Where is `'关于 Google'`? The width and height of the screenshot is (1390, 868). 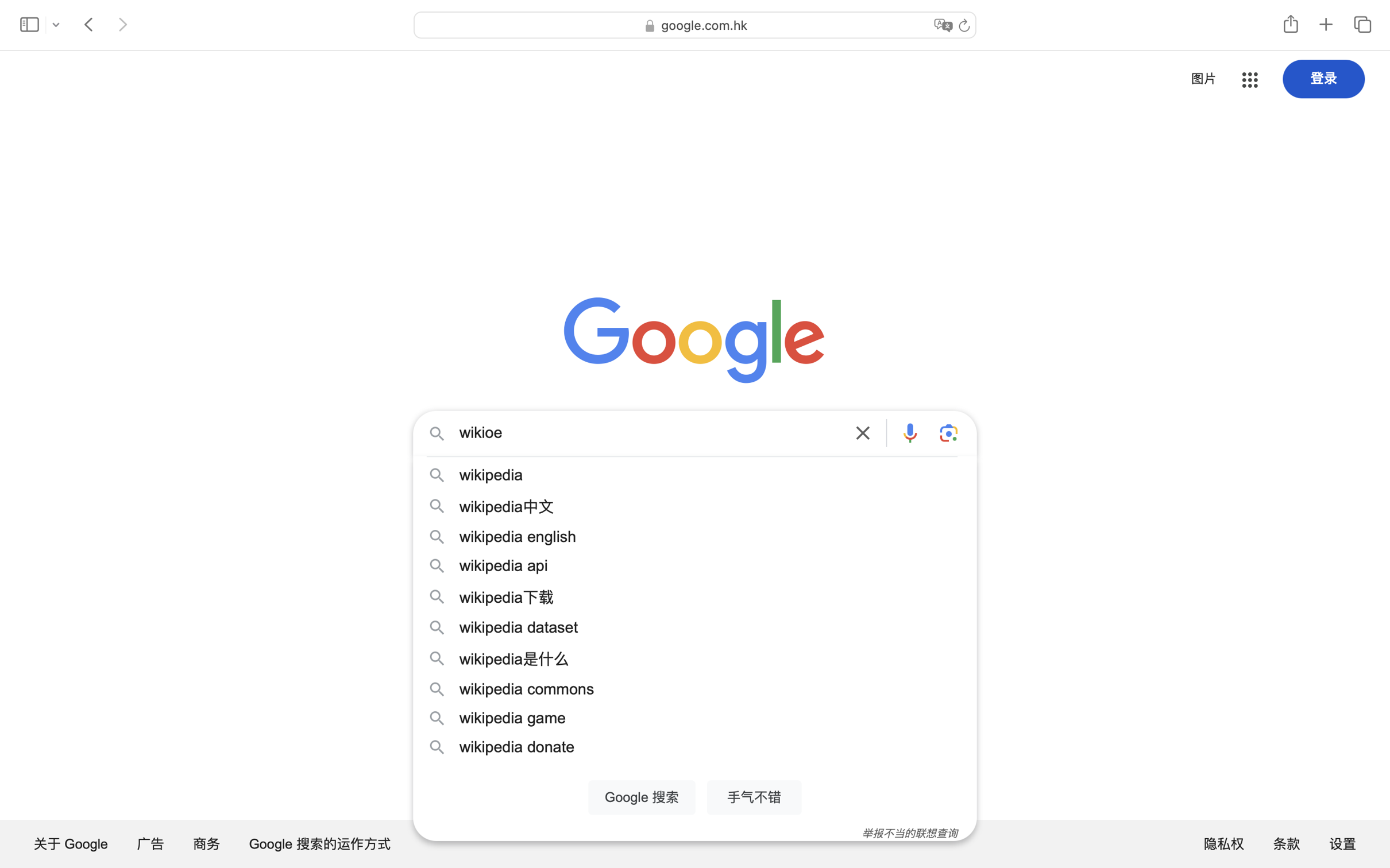
'关于 Google' is located at coordinates (71, 843).